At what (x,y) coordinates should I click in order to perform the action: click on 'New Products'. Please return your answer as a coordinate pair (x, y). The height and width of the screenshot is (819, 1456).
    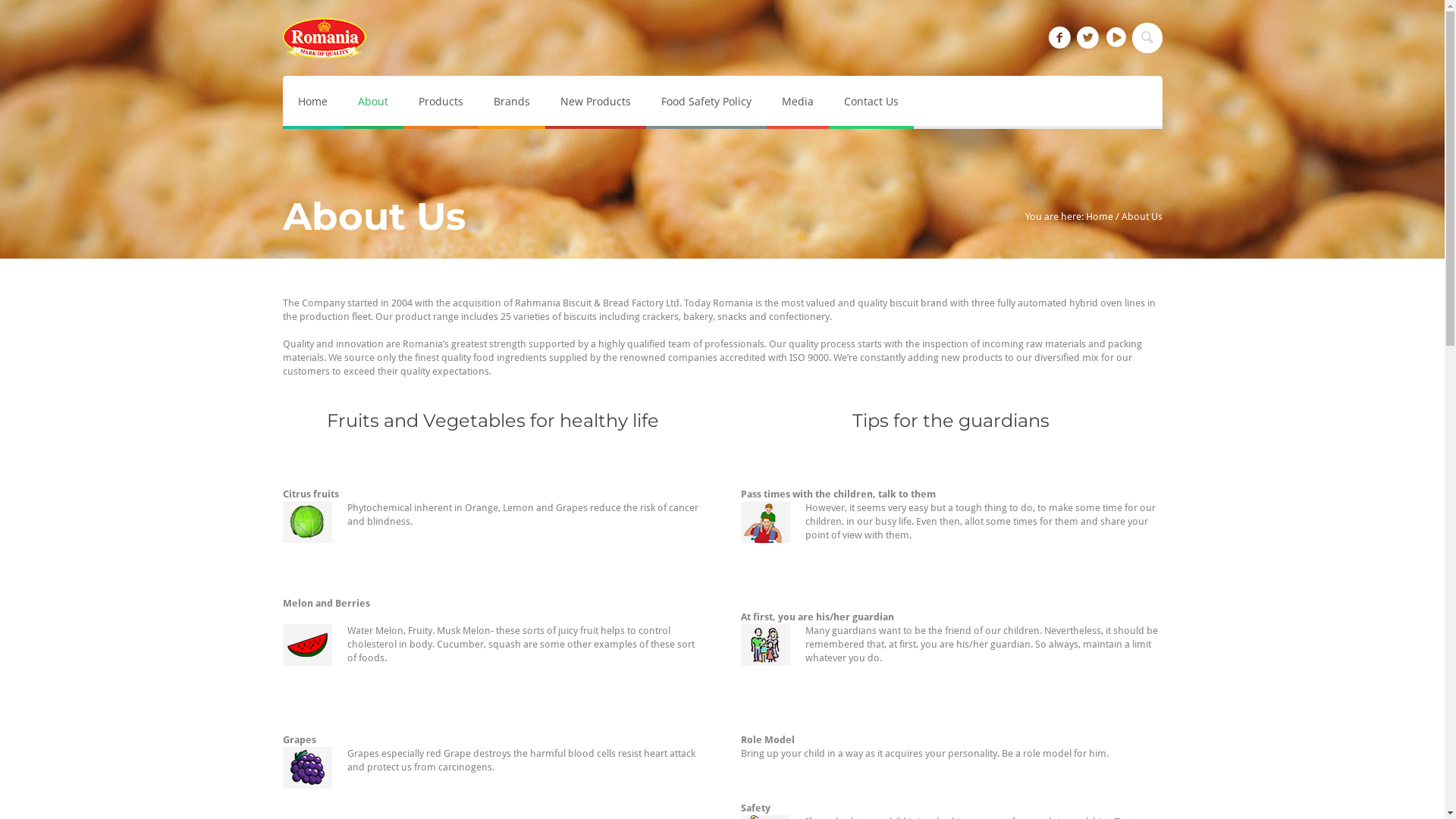
    Looking at the image, I should click on (594, 102).